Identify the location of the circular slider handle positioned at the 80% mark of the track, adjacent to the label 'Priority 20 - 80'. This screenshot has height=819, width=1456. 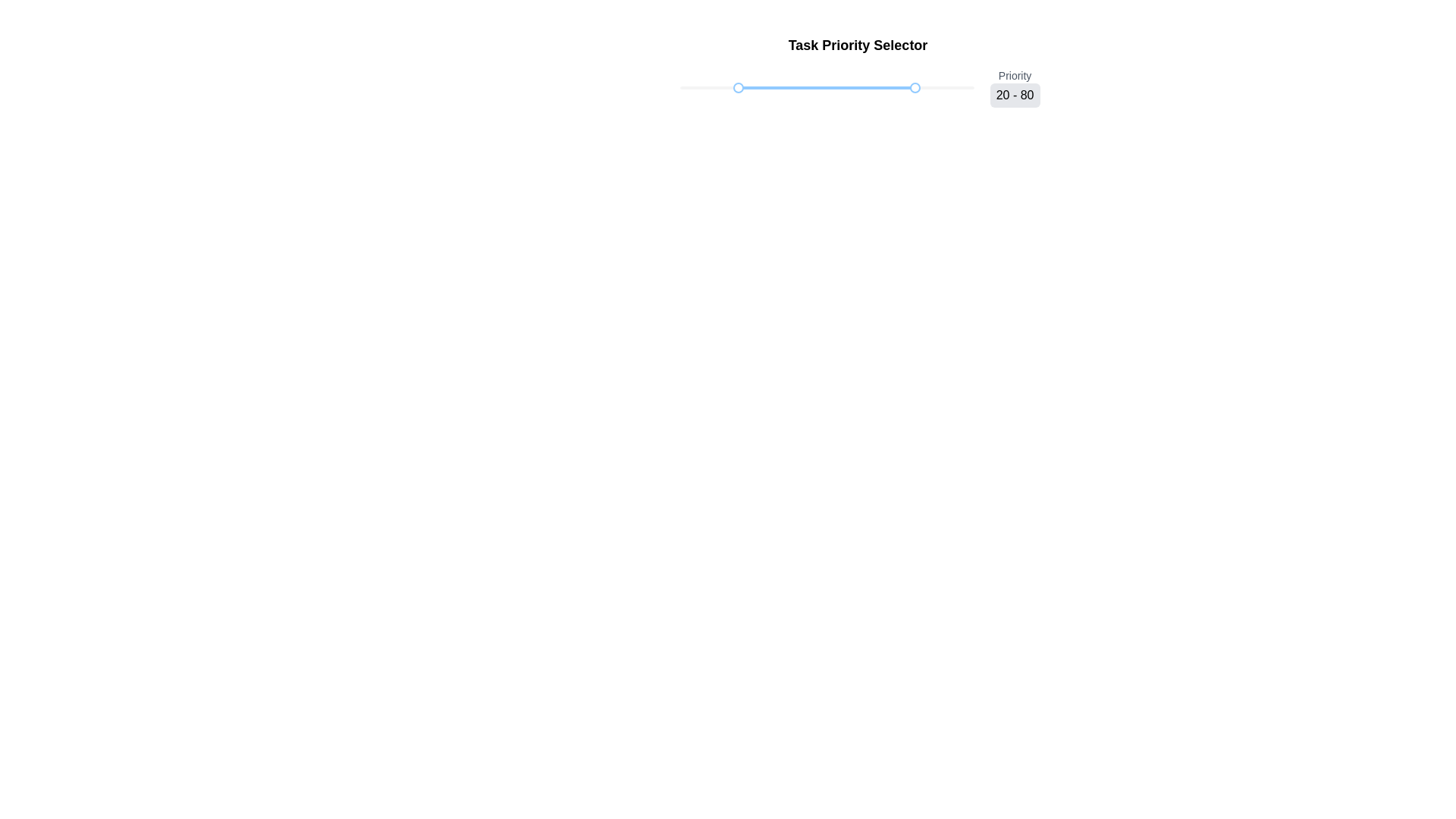
(915, 87).